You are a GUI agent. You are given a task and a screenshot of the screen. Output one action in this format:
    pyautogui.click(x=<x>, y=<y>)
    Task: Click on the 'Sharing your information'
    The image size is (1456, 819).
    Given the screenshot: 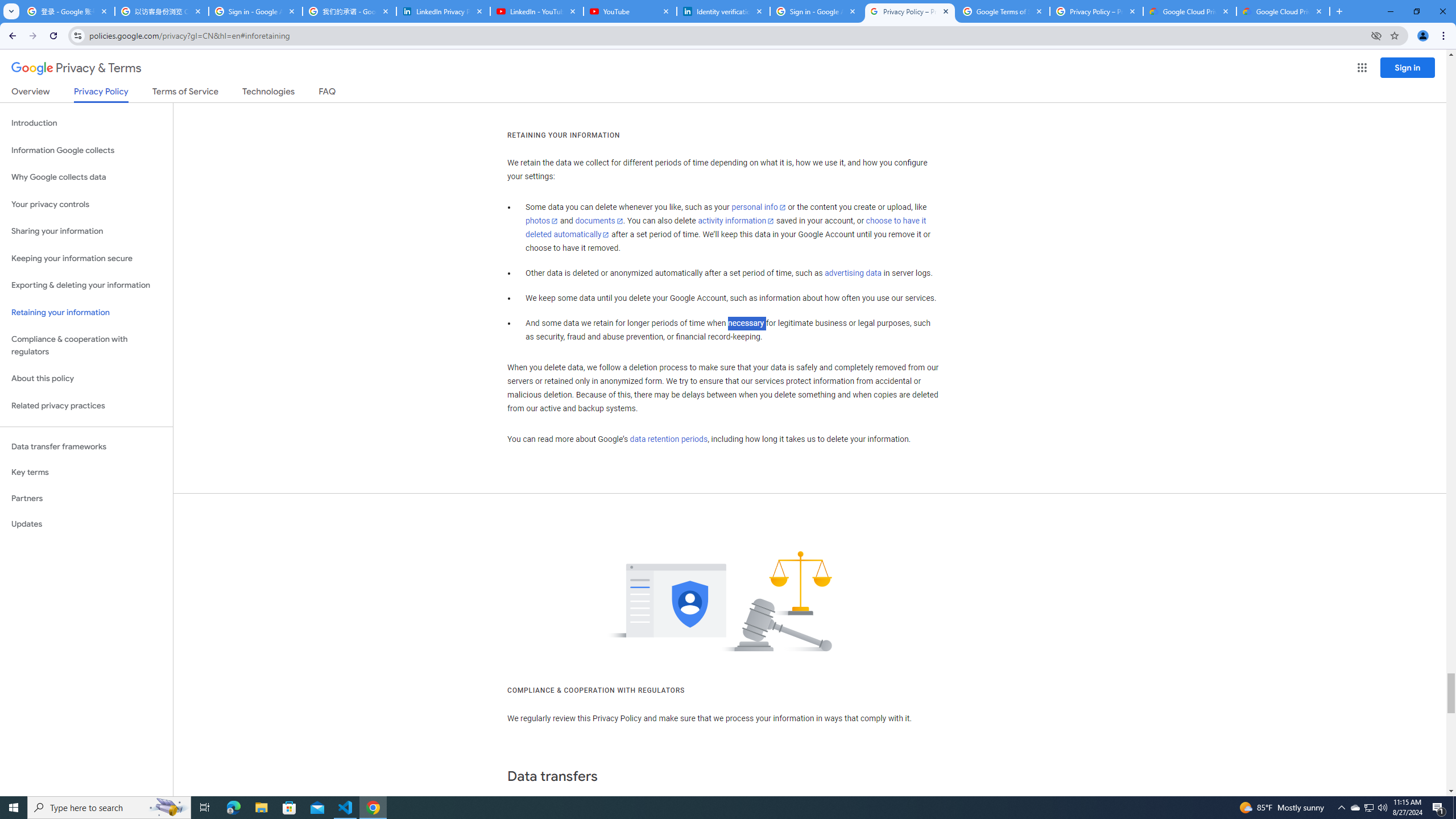 What is the action you would take?
    pyautogui.click(x=86, y=230)
    